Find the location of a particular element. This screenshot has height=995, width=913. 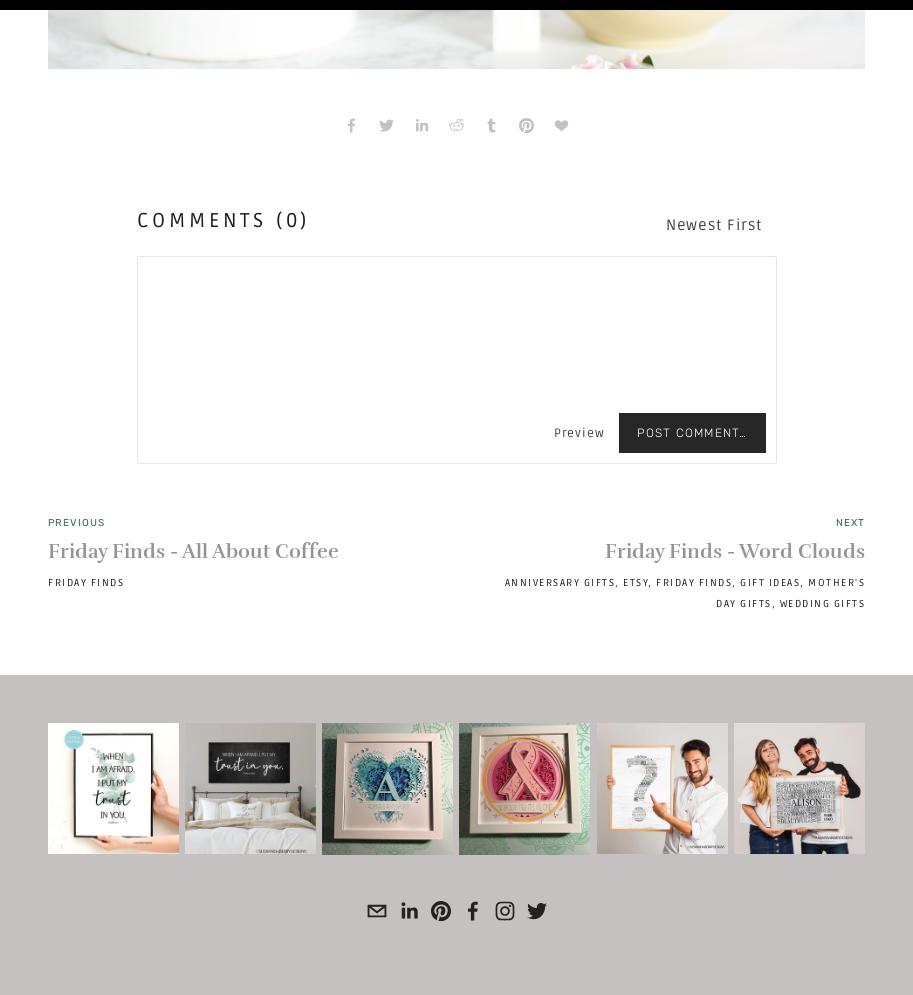

'Preview' is located at coordinates (577, 432).